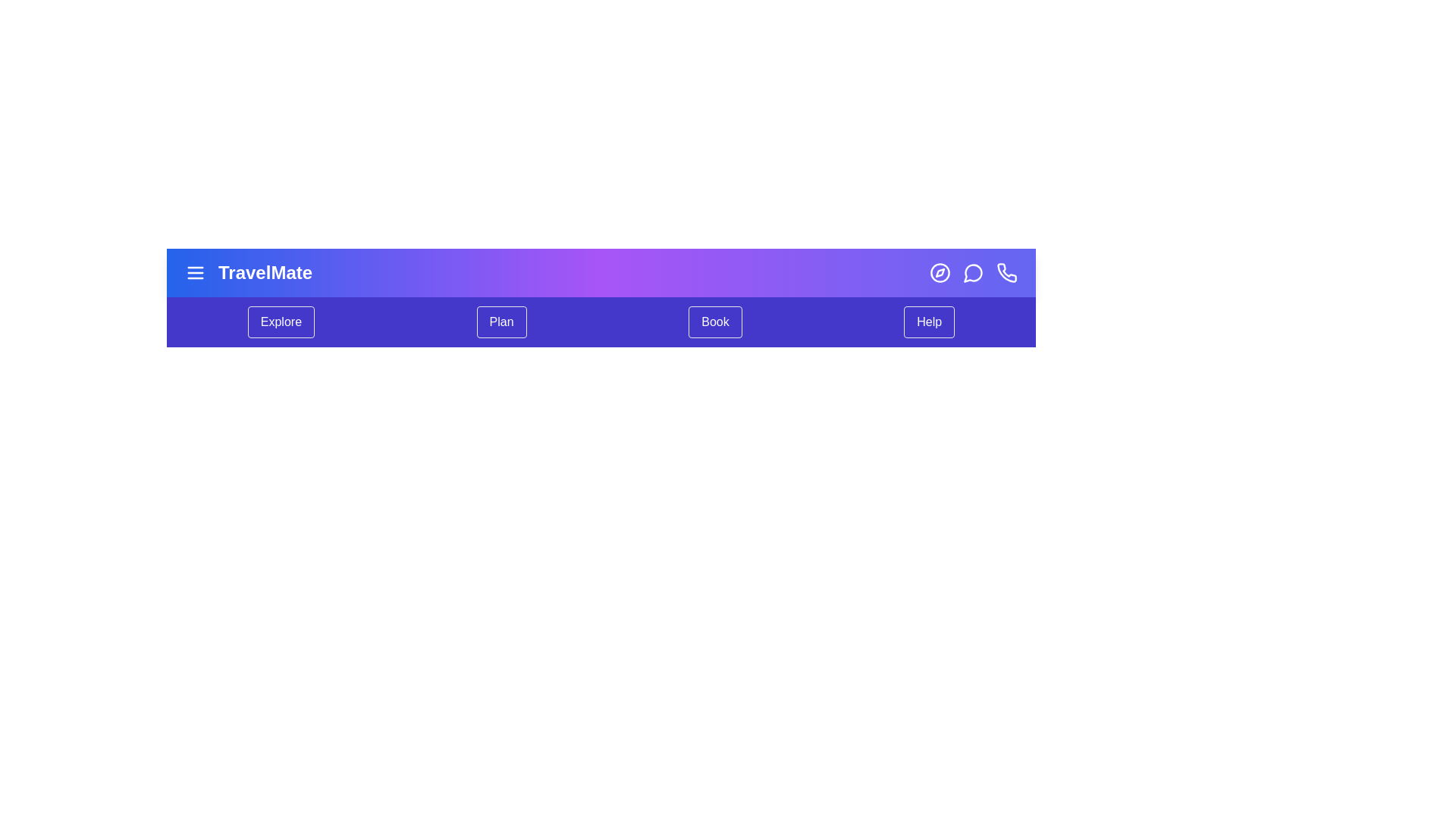 Image resolution: width=1456 pixels, height=819 pixels. I want to click on the phone icon in the TravelPlannerBar, so click(1007, 271).